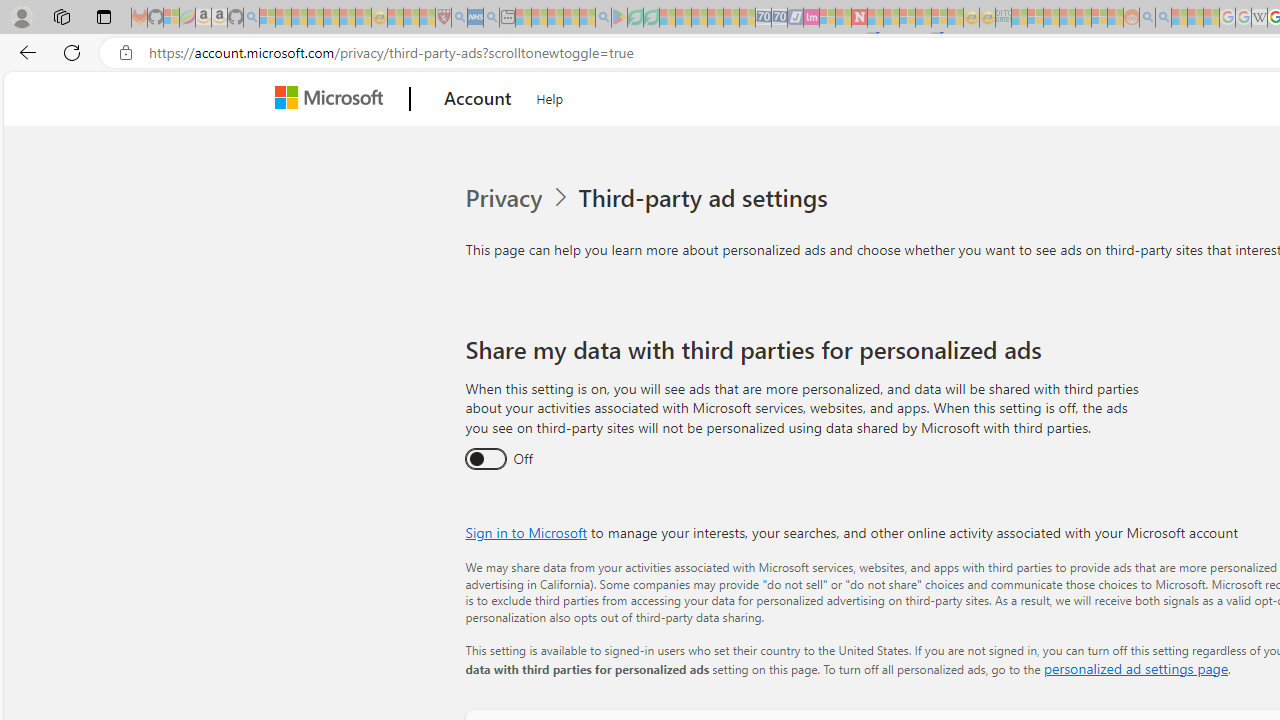 The image size is (1280, 720). I want to click on 'Third-party ad settings', so click(707, 198).